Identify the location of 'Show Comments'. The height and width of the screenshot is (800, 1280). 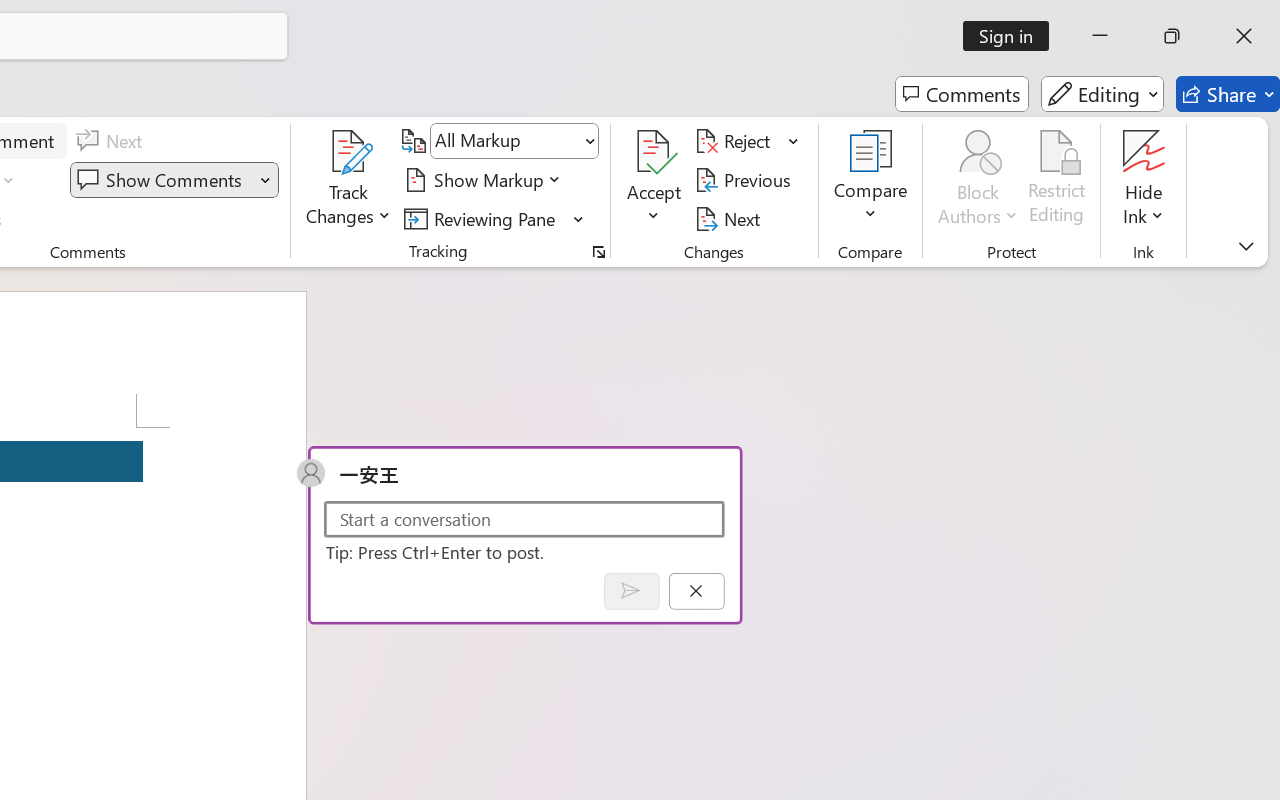
(174, 179).